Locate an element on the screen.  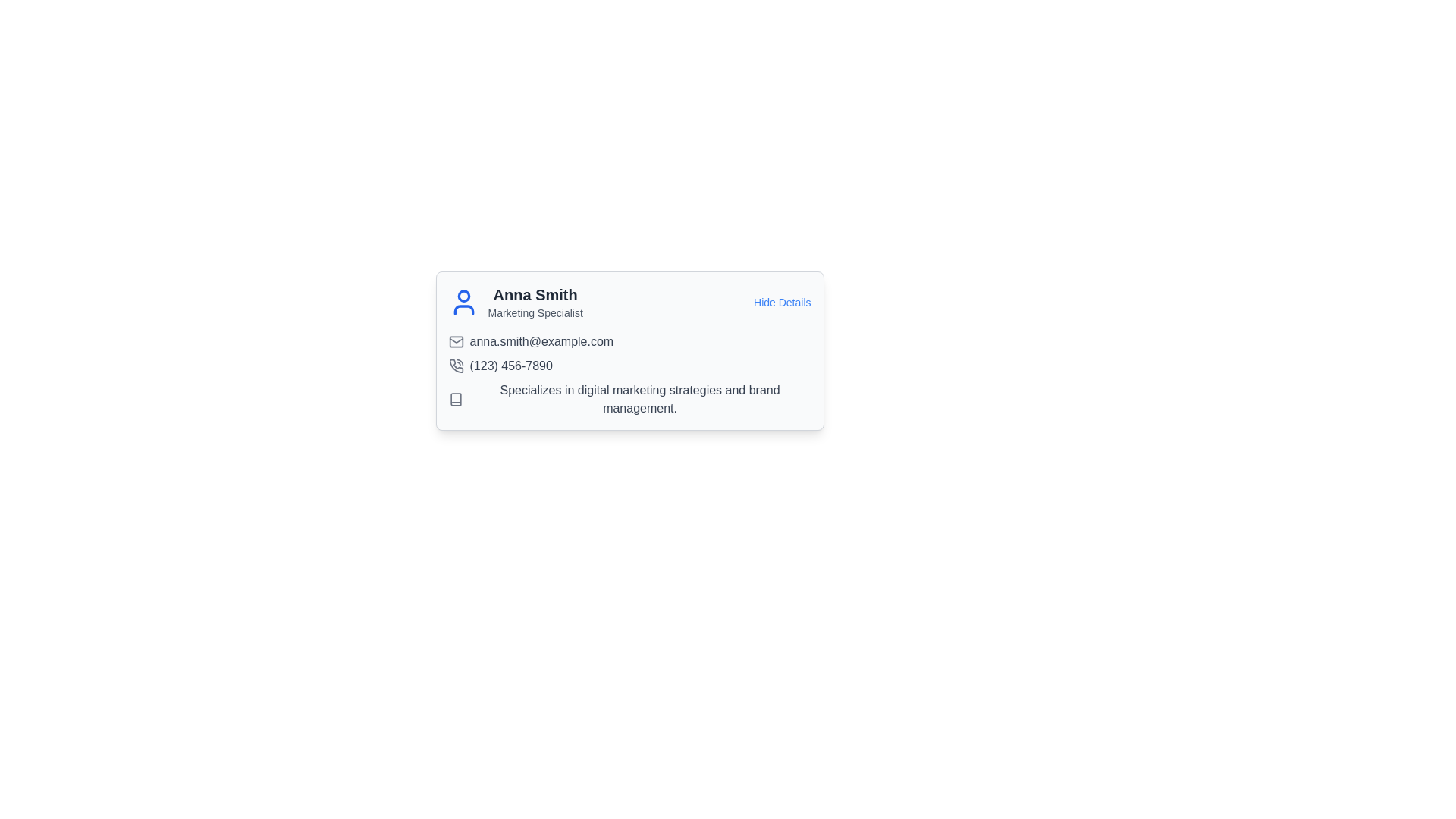
job title text located beneath 'Anna Smith' in the profile card layout, which indicates the professional role of the individual is located at coordinates (535, 312).